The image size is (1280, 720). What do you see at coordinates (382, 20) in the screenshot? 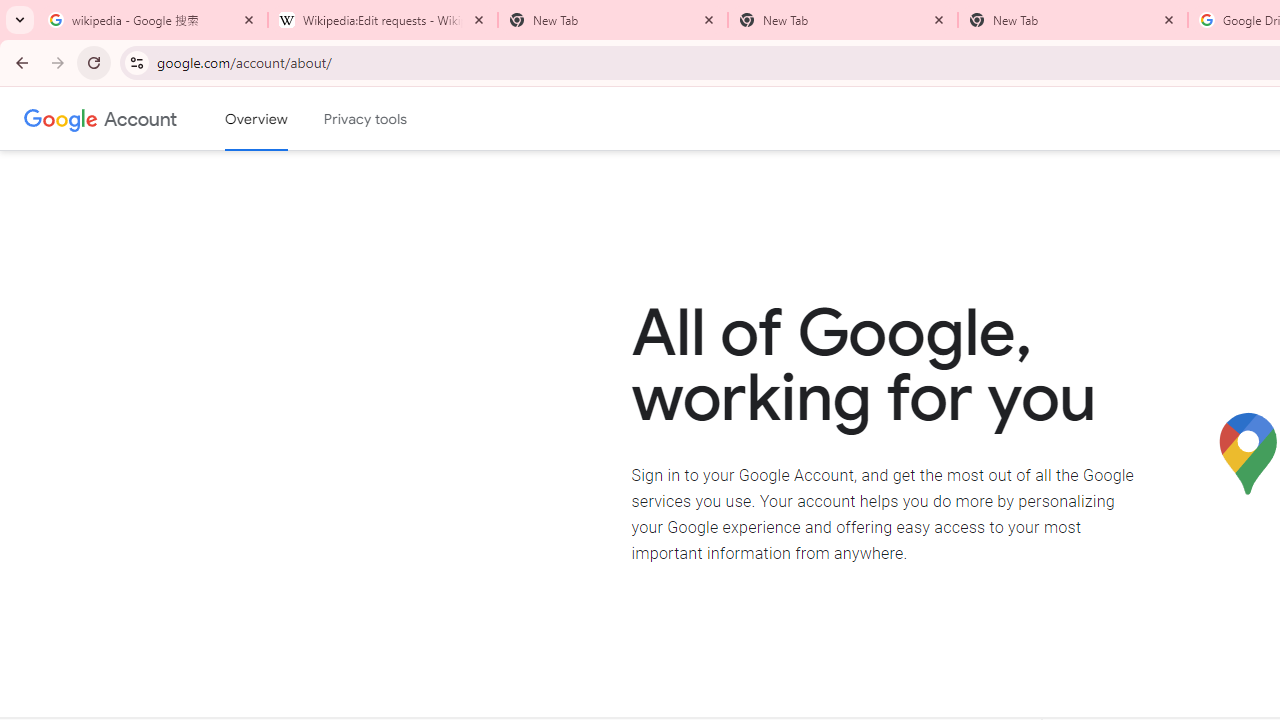
I see `'Wikipedia:Edit requests - Wikipedia'` at bounding box center [382, 20].